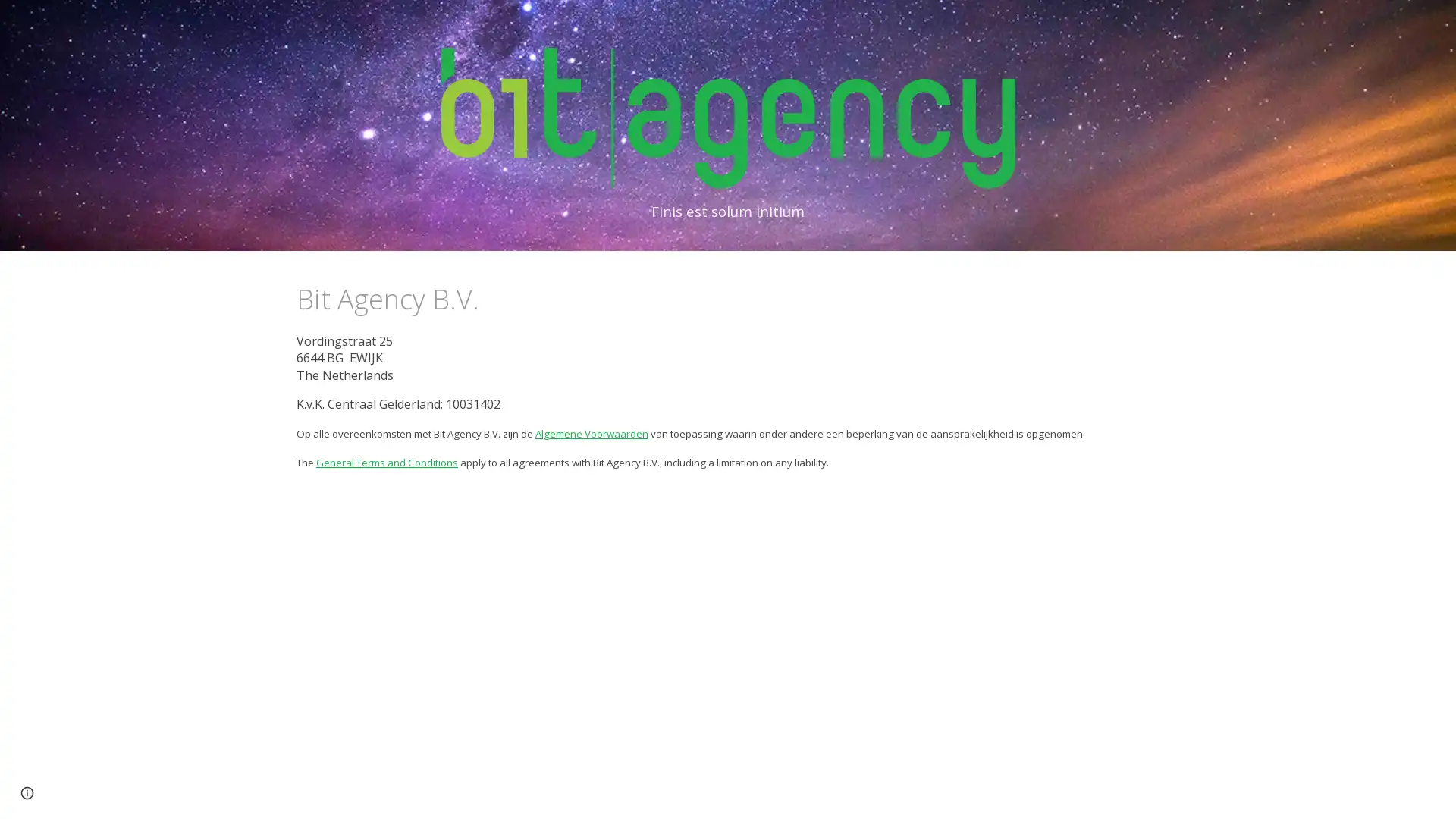  What do you see at coordinates (27, 792) in the screenshot?
I see `Site actions` at bounding box center [27, 792].